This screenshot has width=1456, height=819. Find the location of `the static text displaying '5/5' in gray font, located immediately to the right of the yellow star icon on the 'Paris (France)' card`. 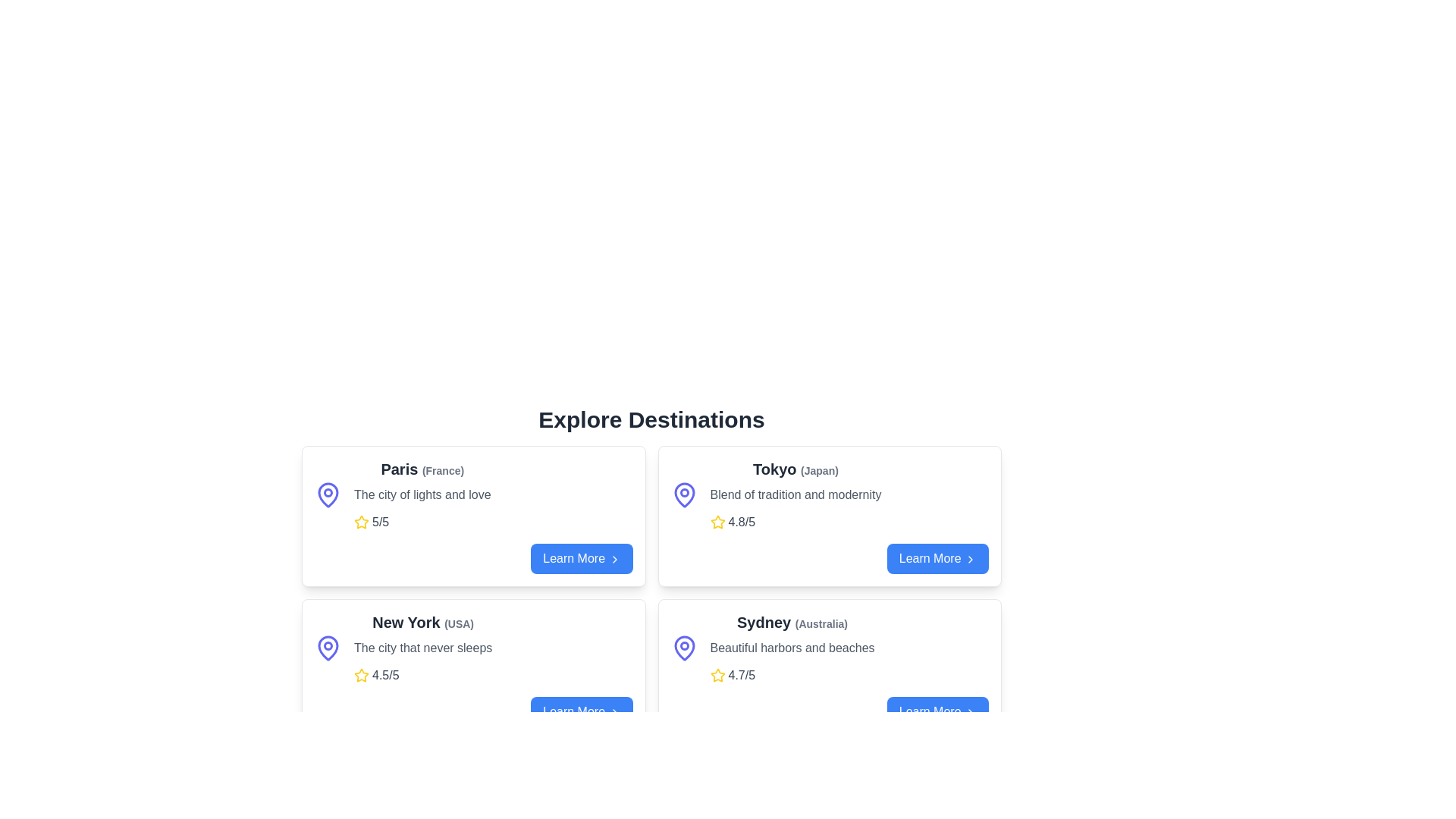

the static text displaying '5/5' in gray font, located immediately to the right of the yellow star icon on the 'Paris (France)' card is located at coordinates (381, 522).